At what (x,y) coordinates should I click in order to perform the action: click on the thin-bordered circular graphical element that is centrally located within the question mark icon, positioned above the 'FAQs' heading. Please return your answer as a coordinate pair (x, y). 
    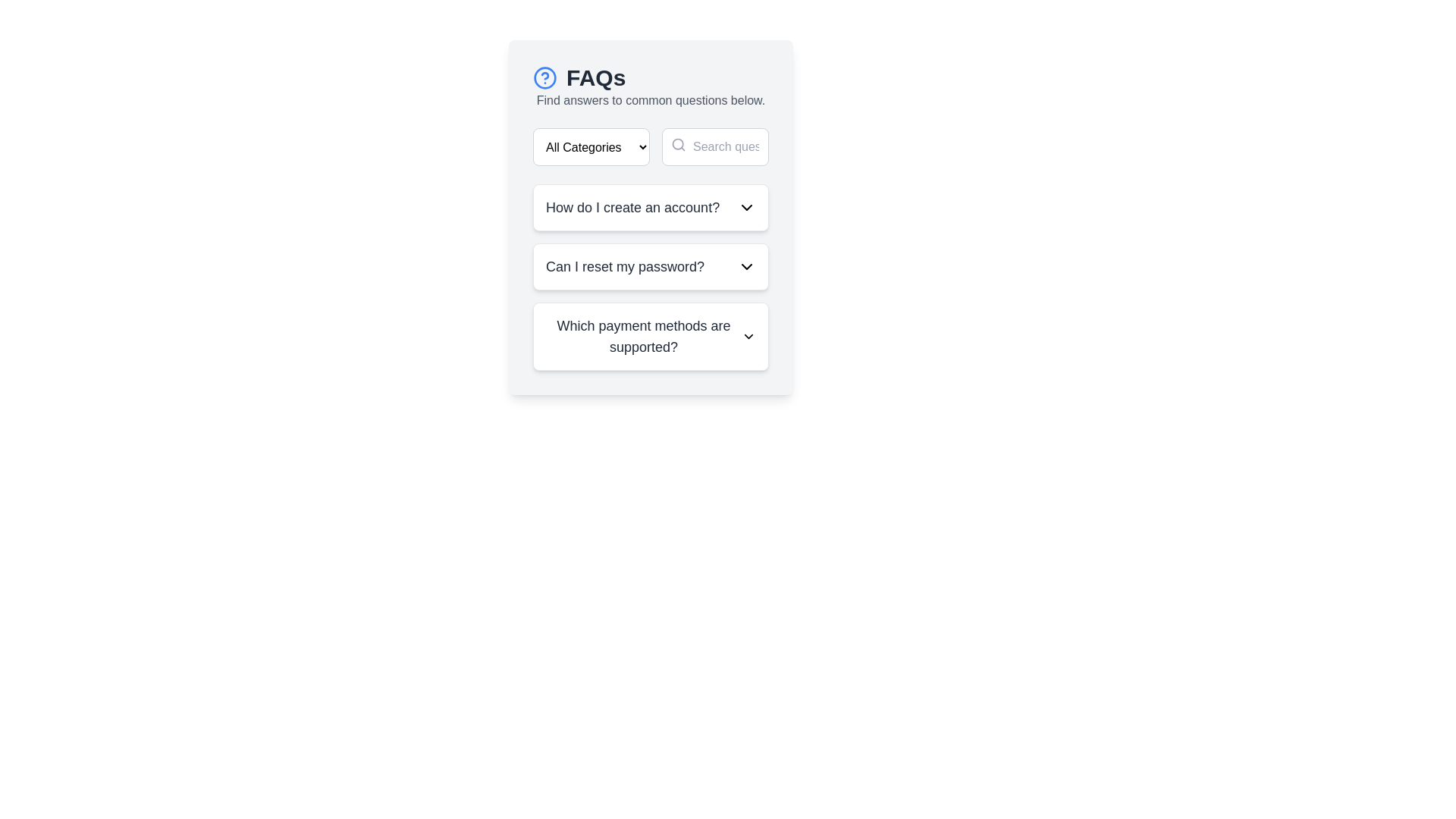
    Looking at the image, I should click on (545, 78).